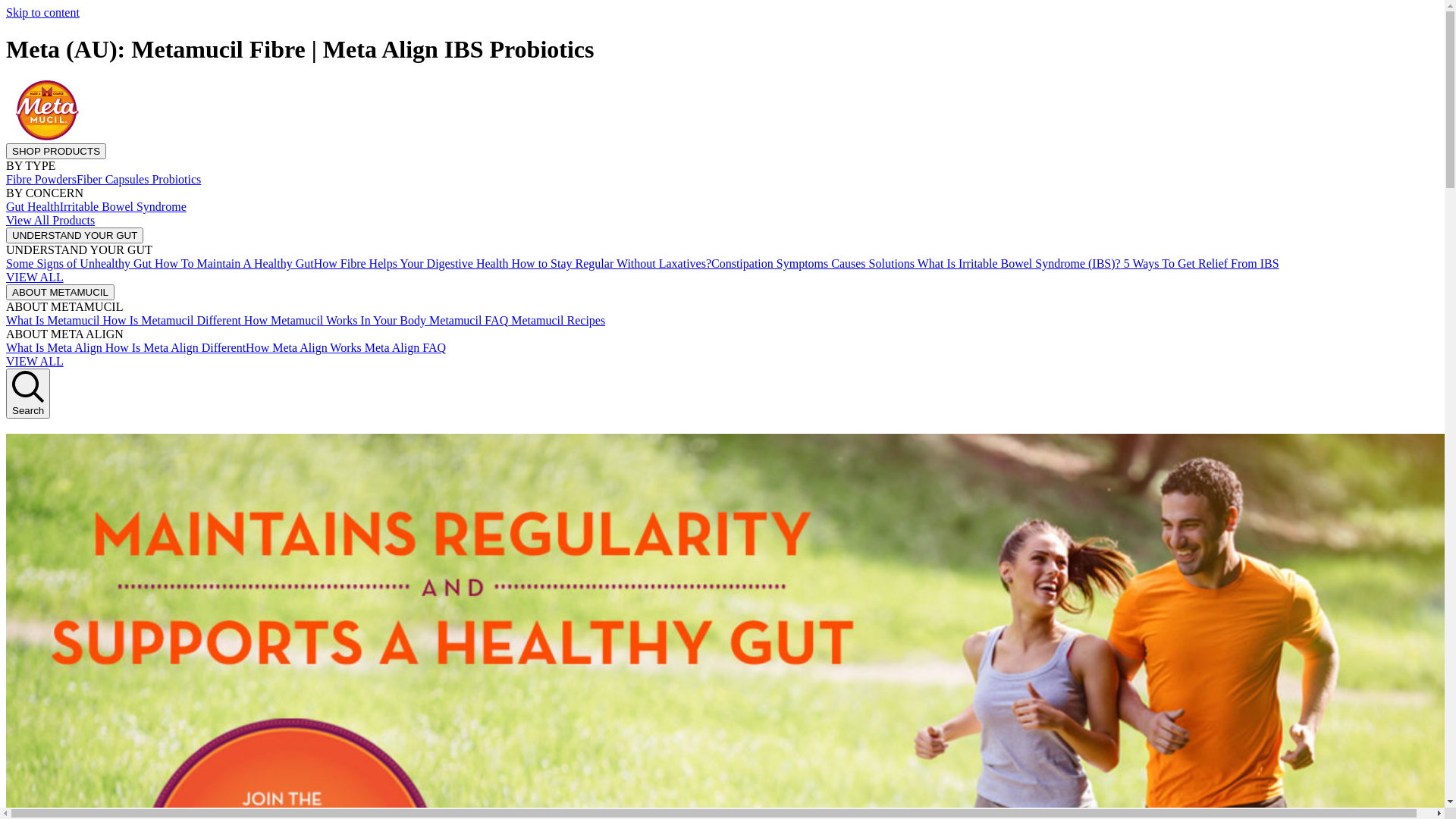 This screenshot has height=819, width=1456. Describe the element at coordinates (6, 151) in the screenshot. I see `'SHOP PRODUCTS'` at that location.